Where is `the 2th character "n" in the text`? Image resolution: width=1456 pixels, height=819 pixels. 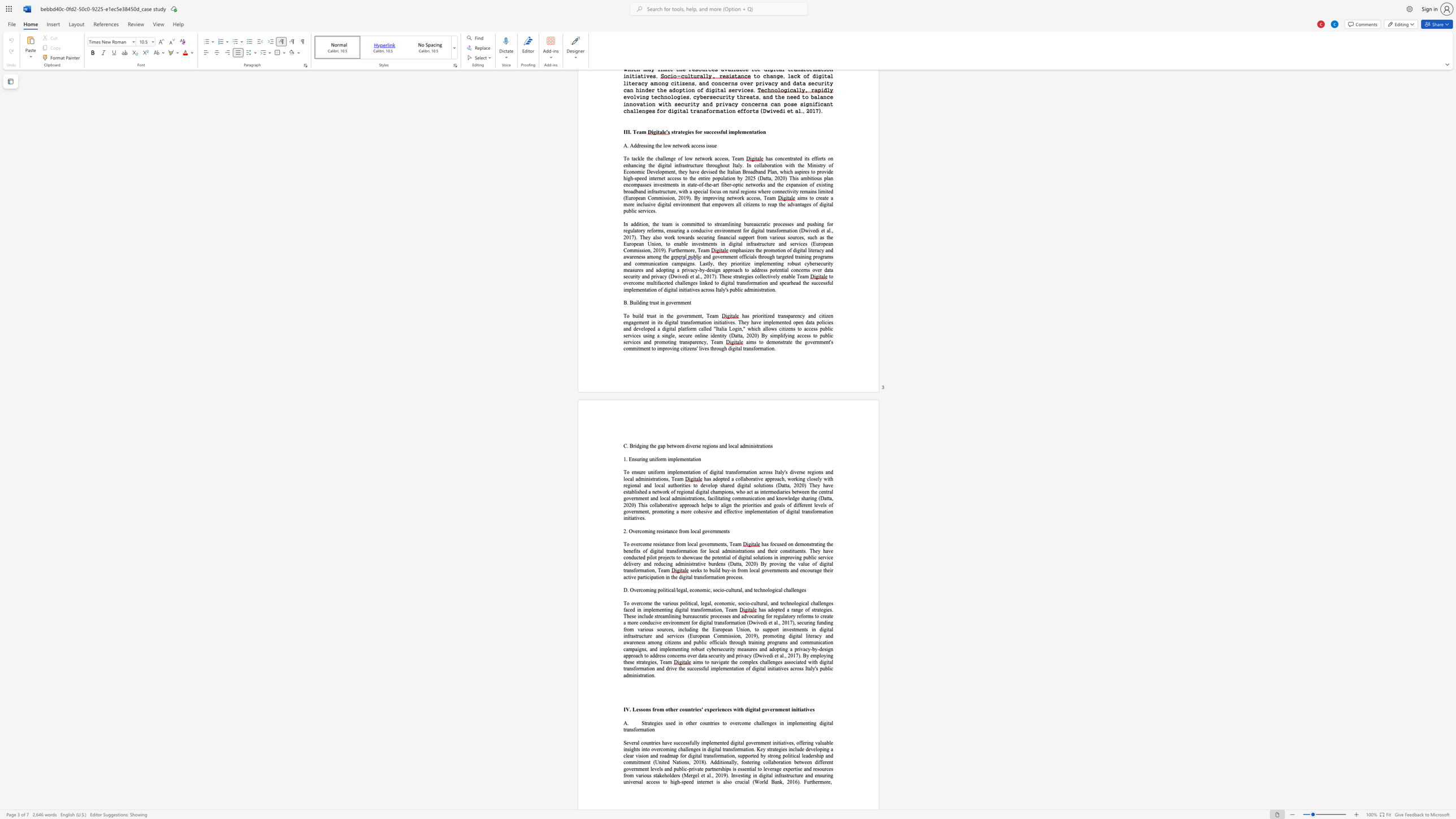 the 2th character "n" in the text is located at coordinates (821, 543).